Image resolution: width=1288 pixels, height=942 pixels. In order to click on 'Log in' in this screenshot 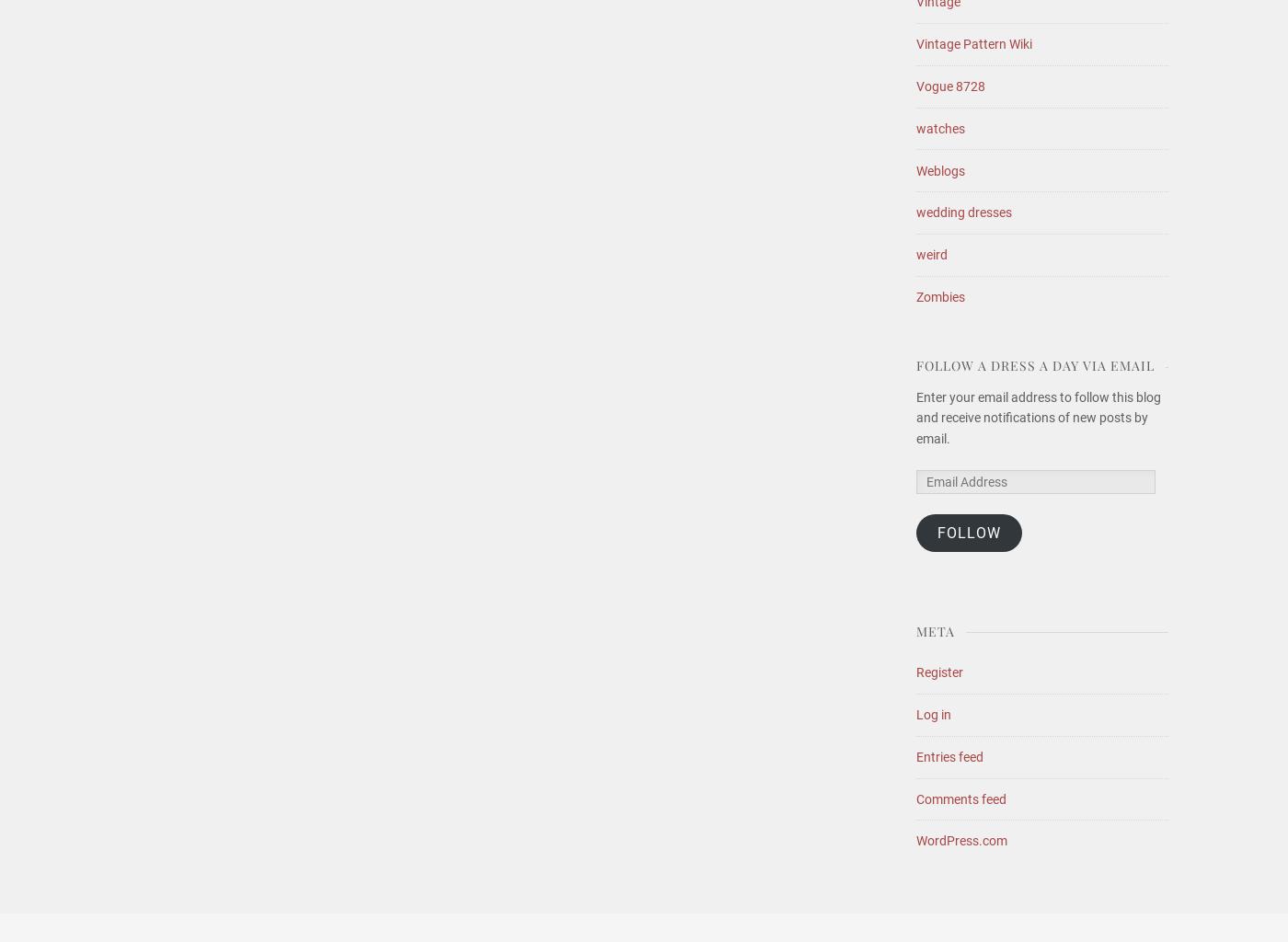, I will do `click(934, 715)`.